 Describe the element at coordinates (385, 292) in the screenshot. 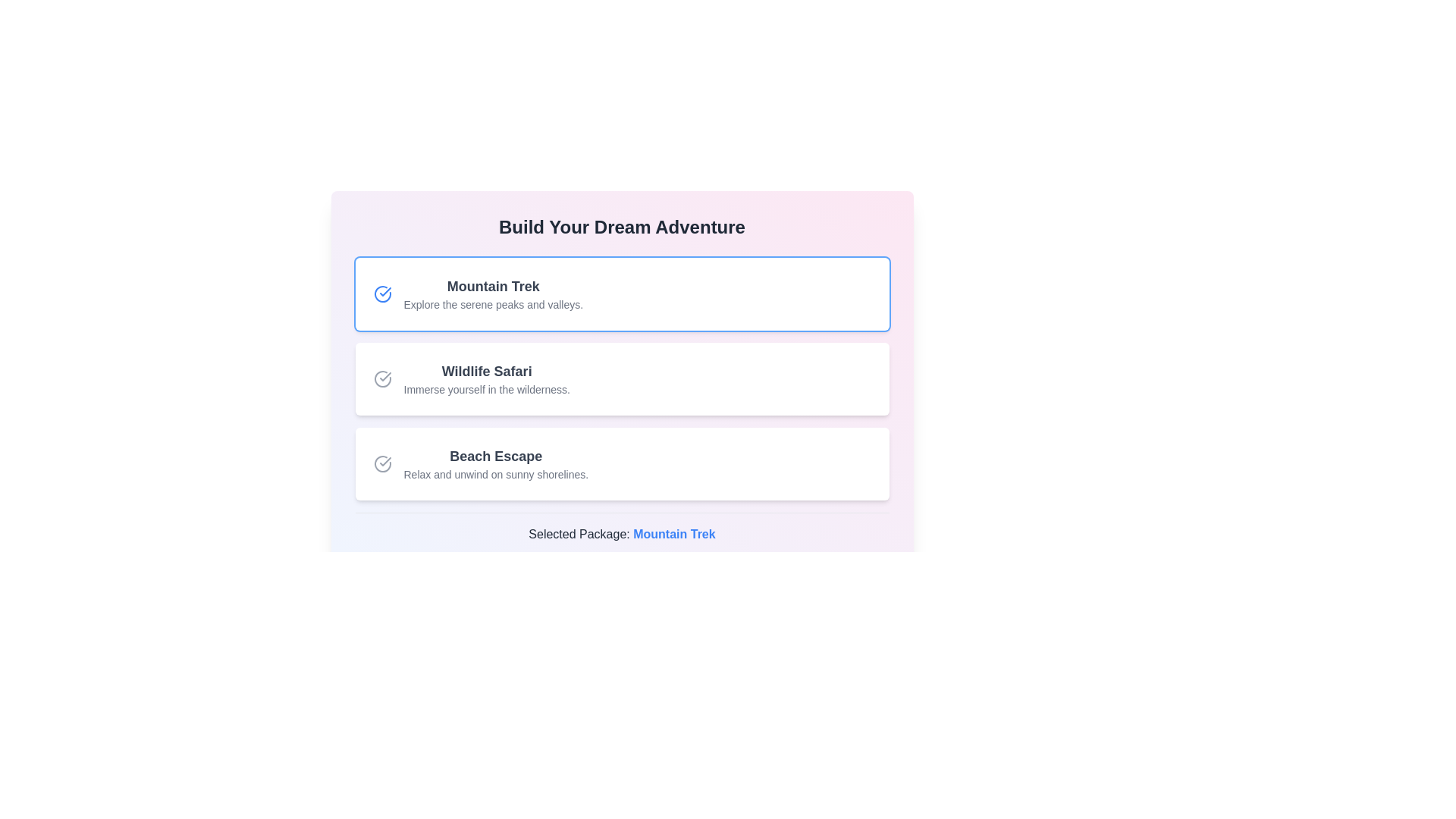

I see `the checkmark icon within the blue circular badge that indicates selection for the 'Mountain Trek' list item located in the top-left corner of the list under the heading 'Build Your Dream Adventure'` at that location.